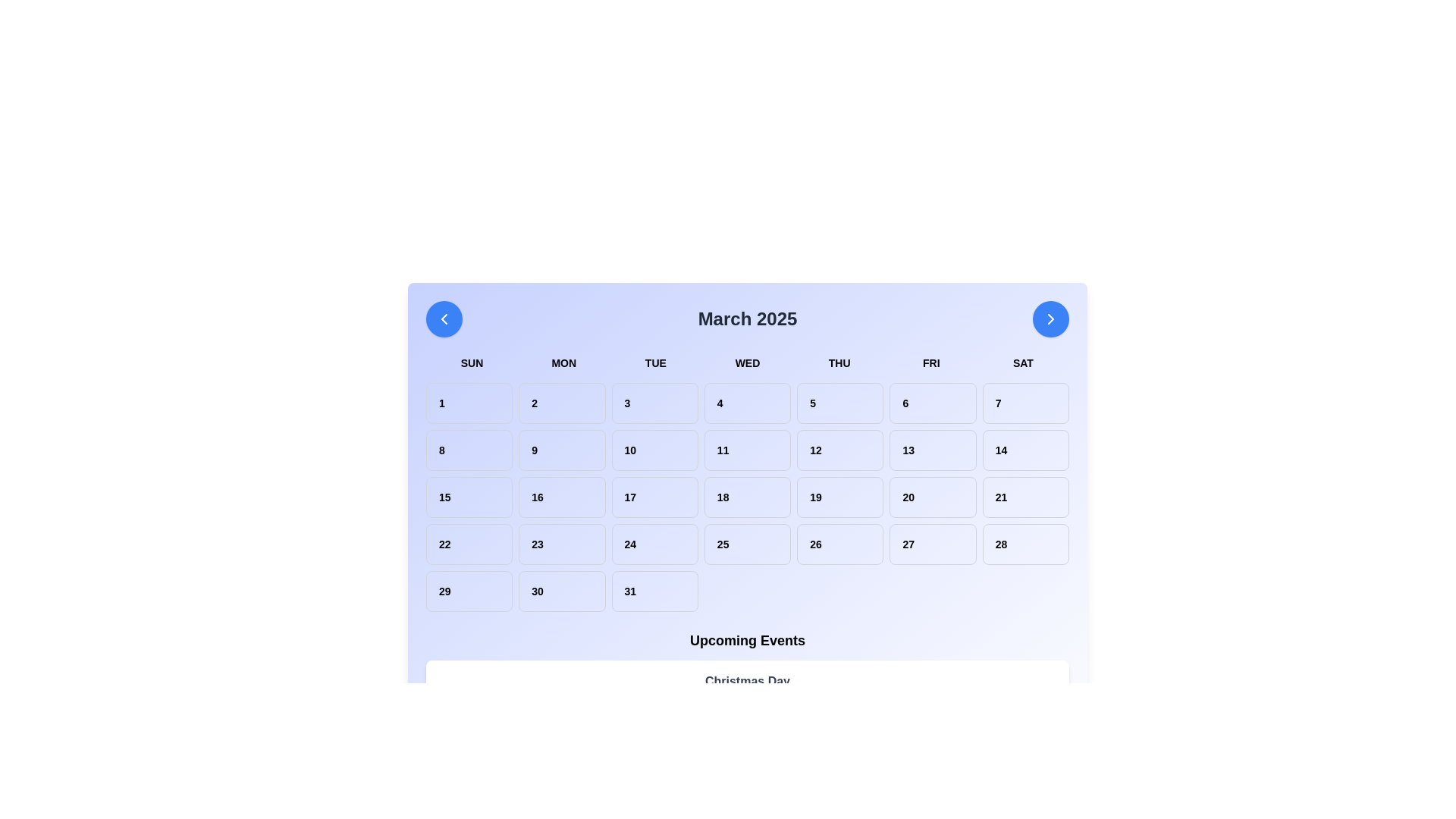 The image size is (1456, 819). Describe the element at coordinates (747, 403) in the screenshot. I see `the selectable day button representing '4th' in the calendar widget for keyboard navigation` at that location.